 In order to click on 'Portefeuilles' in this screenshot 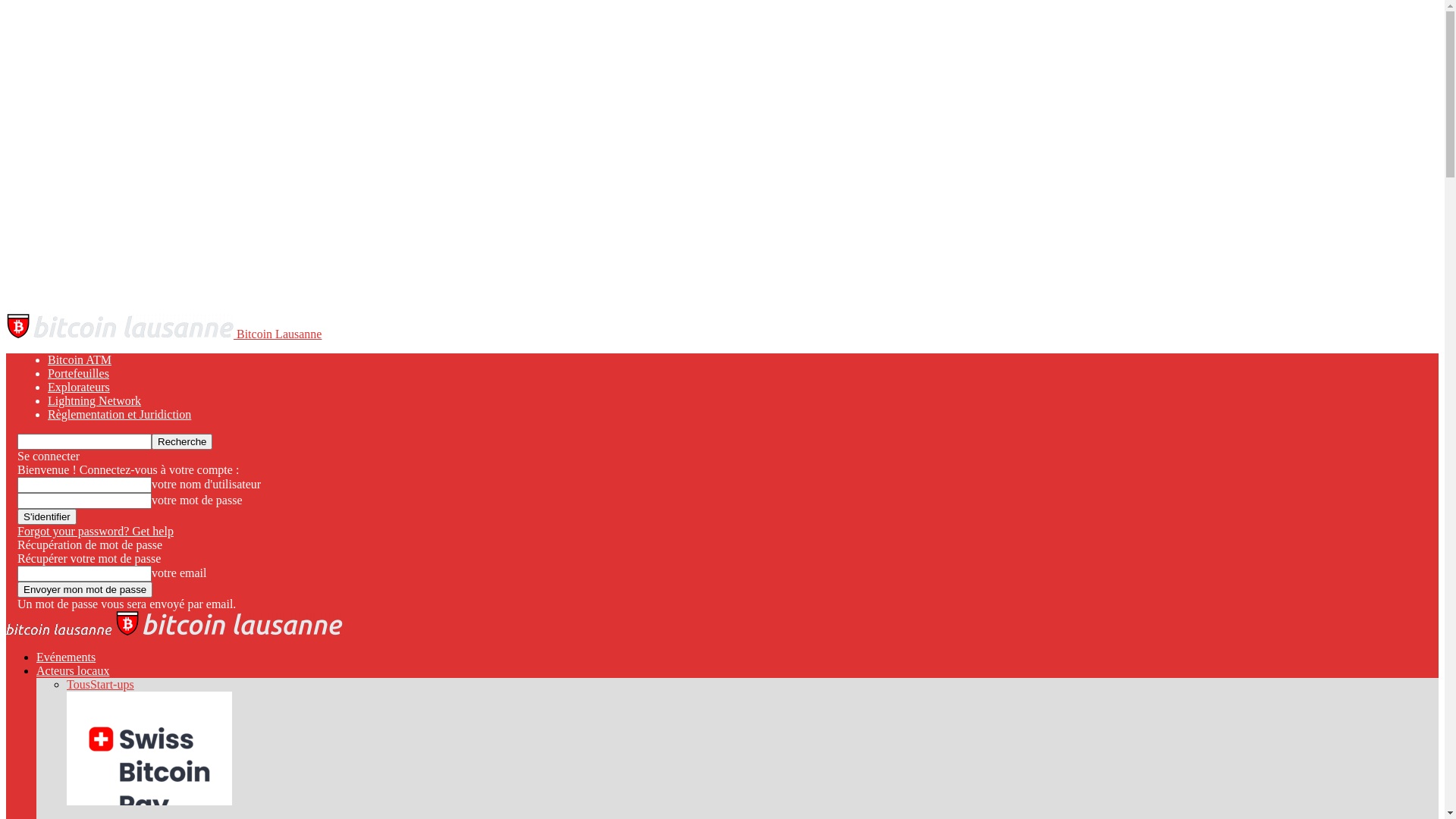, I will do `click(77, 373)`.